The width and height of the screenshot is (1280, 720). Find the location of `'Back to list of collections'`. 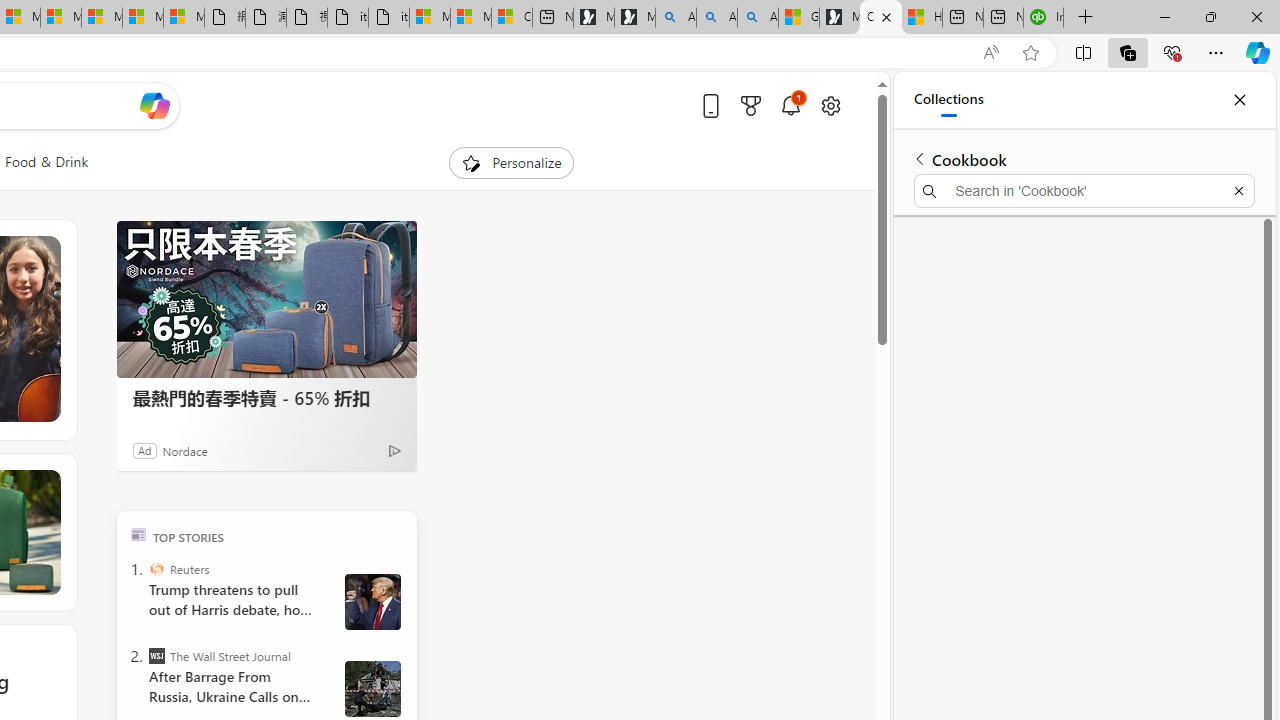

'Back to list of collections' is located at coordinates (919, 158).